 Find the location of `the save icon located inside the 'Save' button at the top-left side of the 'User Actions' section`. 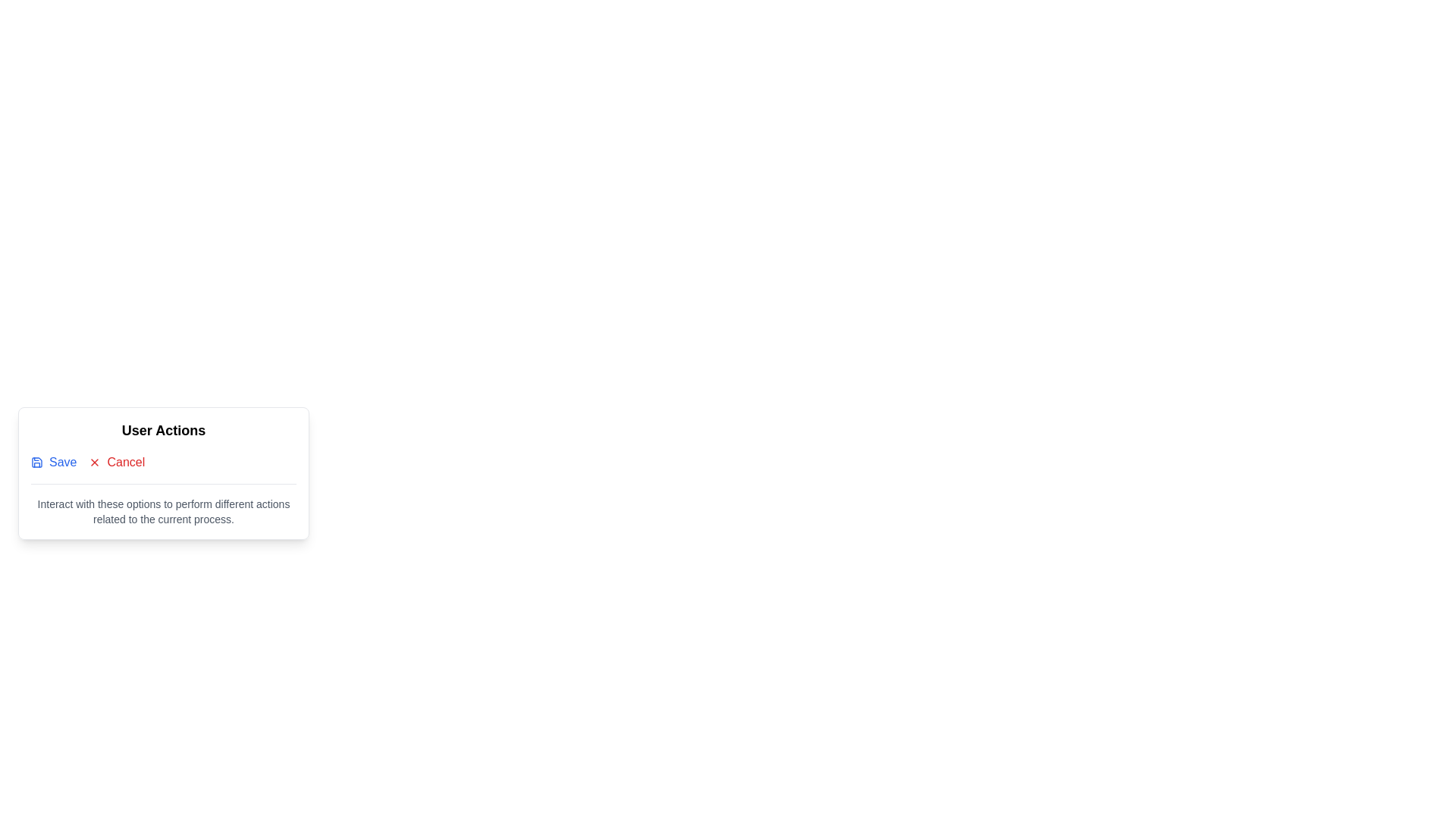

the save icon located inside the 'Save' button at the top-left side of the 'User Actions' section is located at coordinates (36, 461).